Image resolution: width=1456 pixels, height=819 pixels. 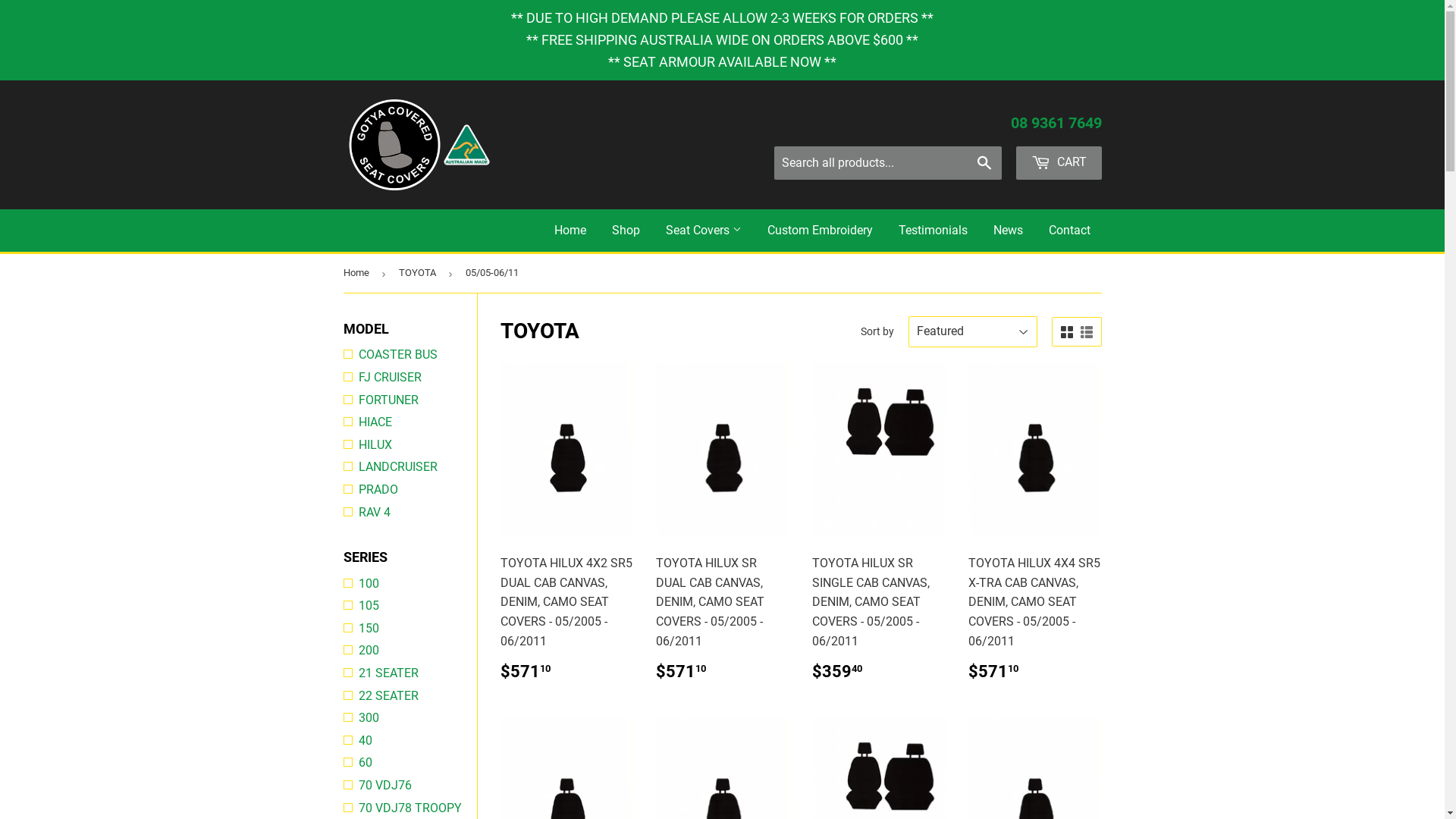 I want to click on 'Custom Embroidery', so click(x=818, y=231).